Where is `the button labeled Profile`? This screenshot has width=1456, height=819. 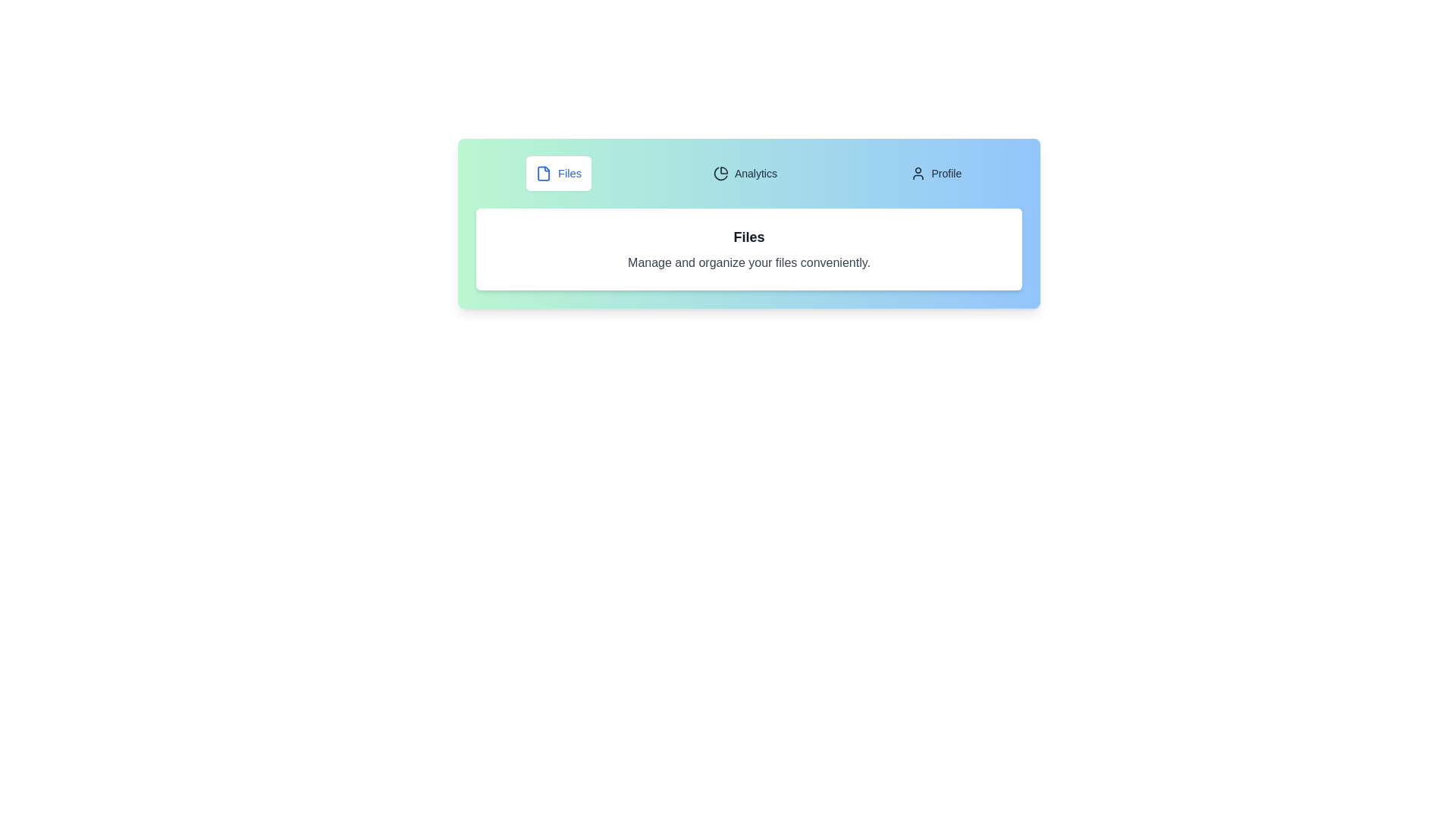
the button labeled Profile is located at coordinates (935, 172).